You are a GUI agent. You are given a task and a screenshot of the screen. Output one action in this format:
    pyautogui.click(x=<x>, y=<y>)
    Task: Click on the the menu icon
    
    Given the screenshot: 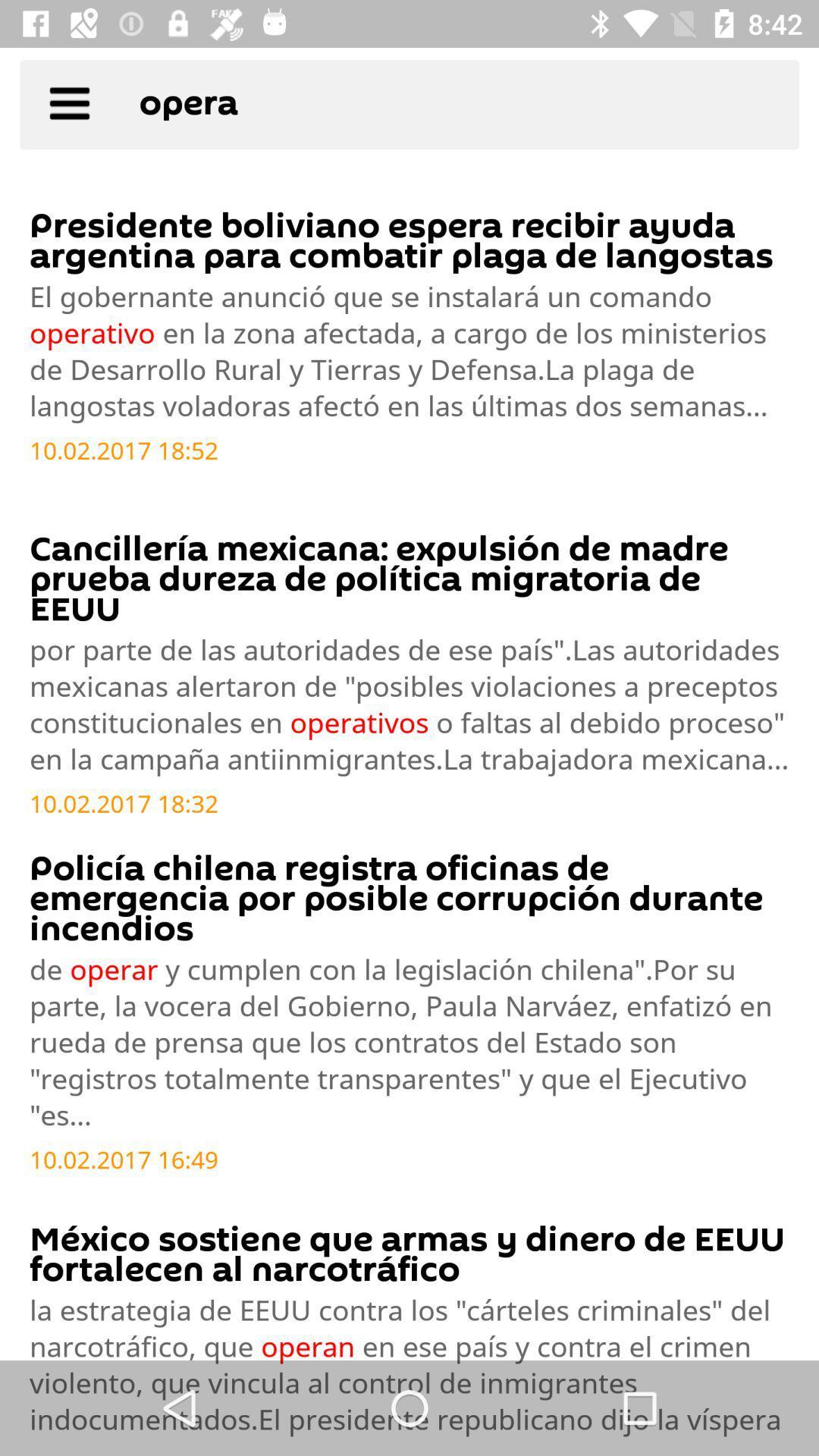 What is the action you would take?
    pyautogui.click(x=69, y=108)
    